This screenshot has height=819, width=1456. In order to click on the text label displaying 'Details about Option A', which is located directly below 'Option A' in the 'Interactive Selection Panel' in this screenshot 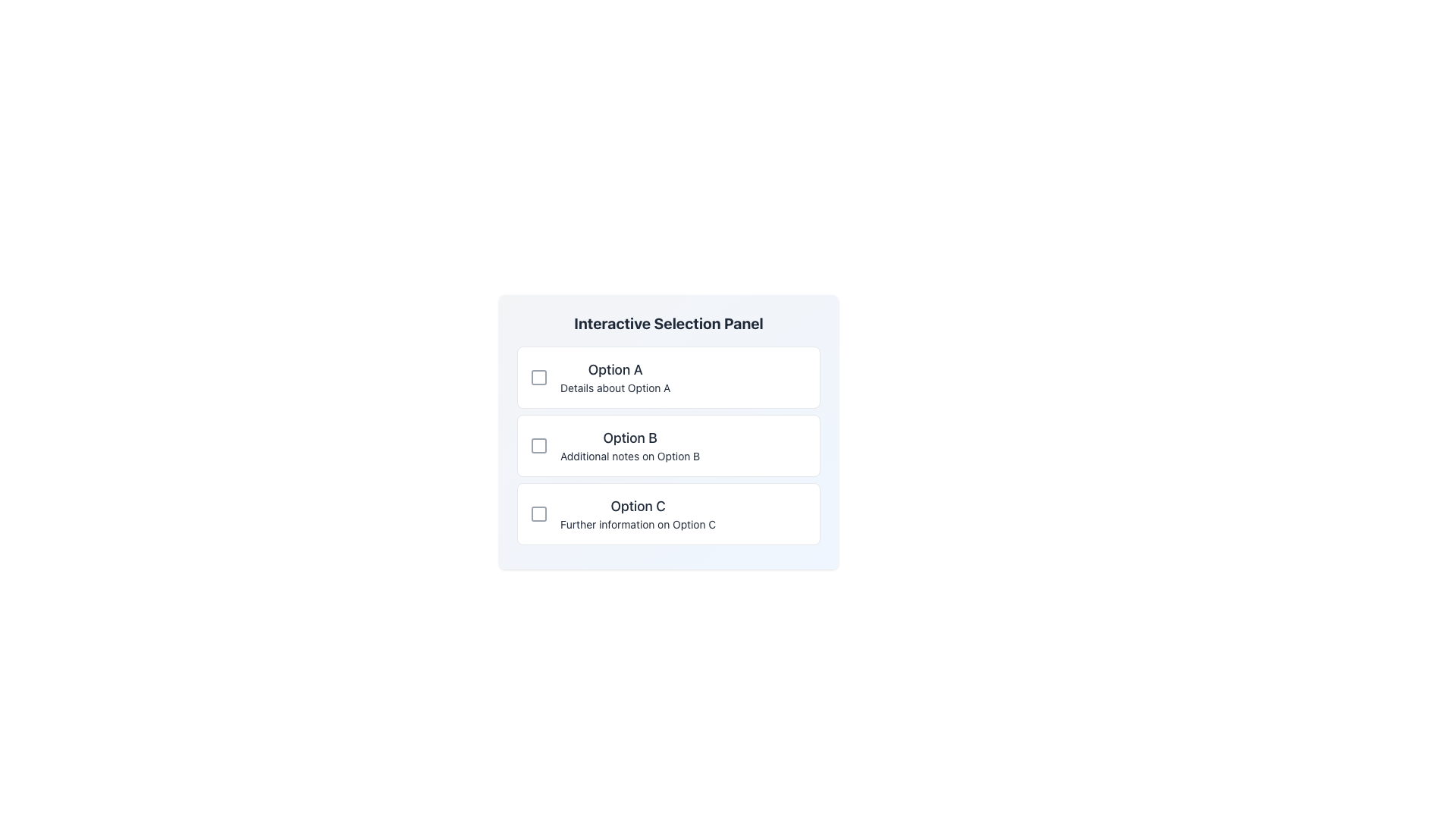, I will do `click(615, 388)`.